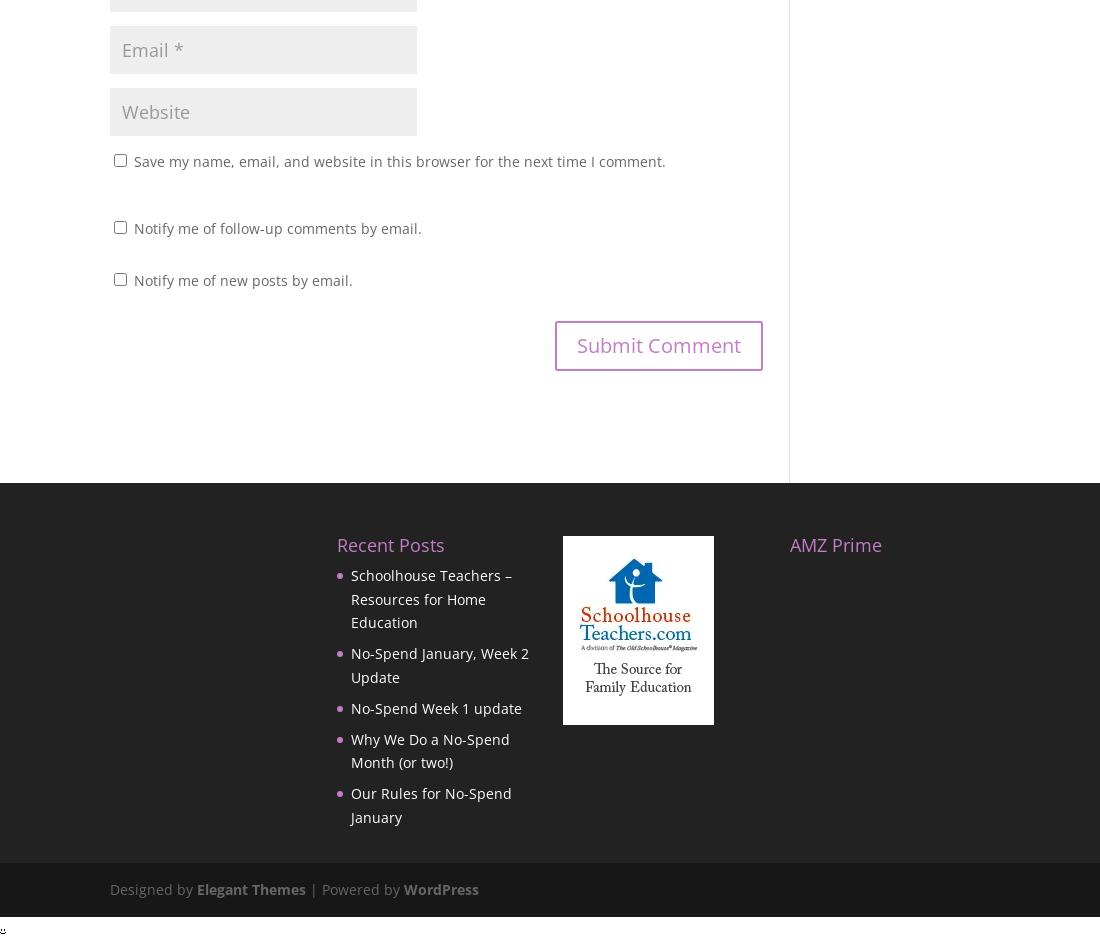  I want to click on 'Notify me of new posts by email.', so click(243, 280).